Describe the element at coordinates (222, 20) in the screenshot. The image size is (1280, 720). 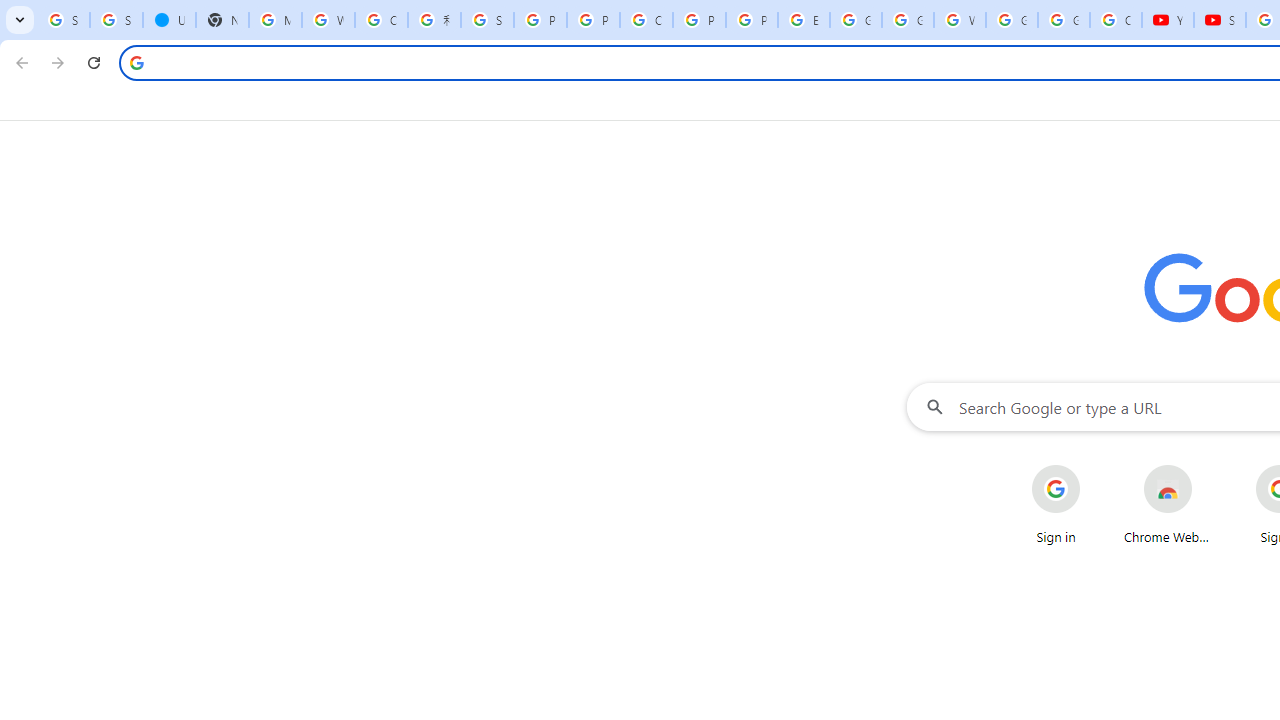
I see `'New Tab'` at that location.